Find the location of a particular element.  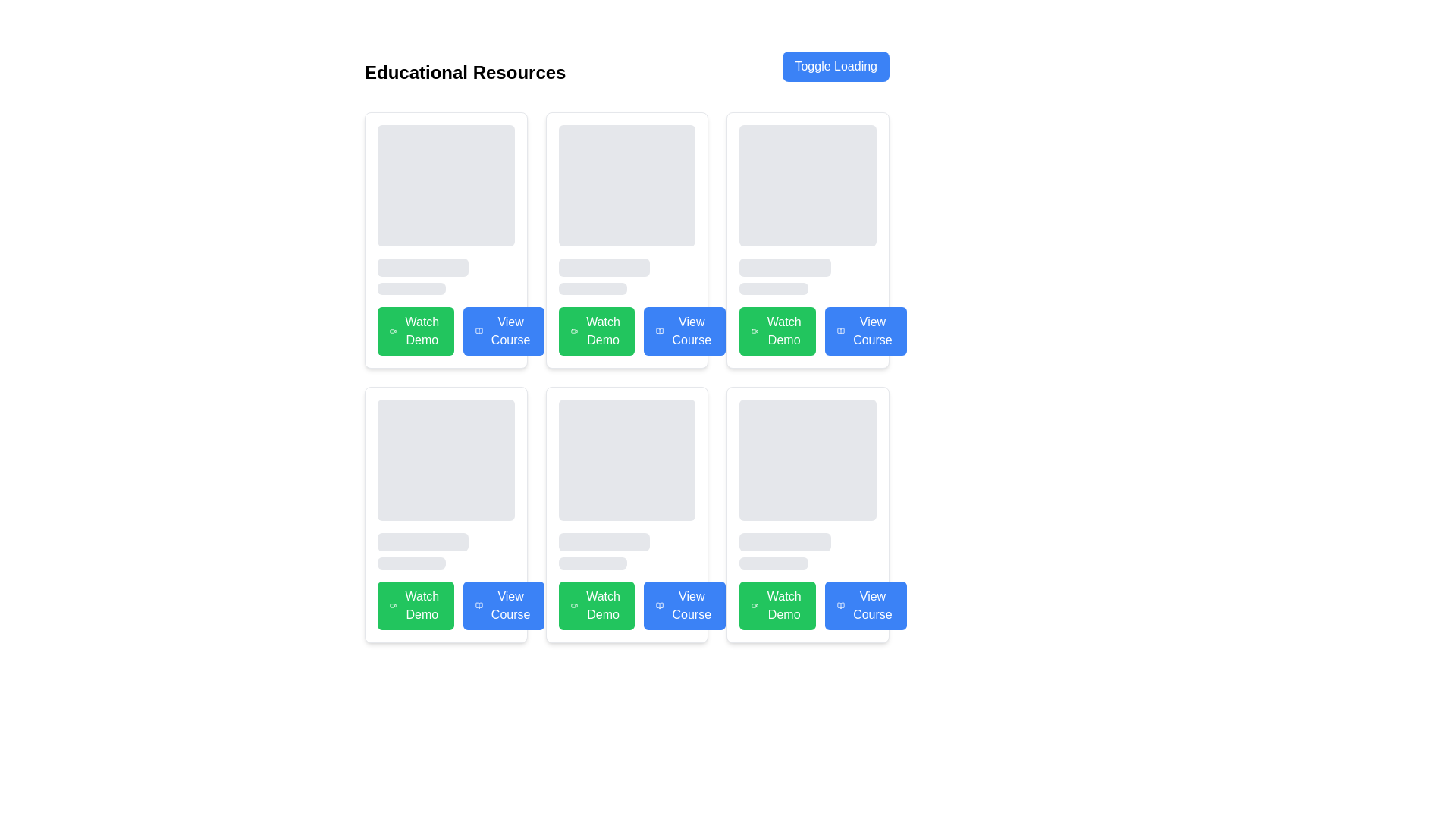

the first decorative block with rounded corners, light gray color, located in the second column of the bottom row of blocks is located at coordinates (445, 459).